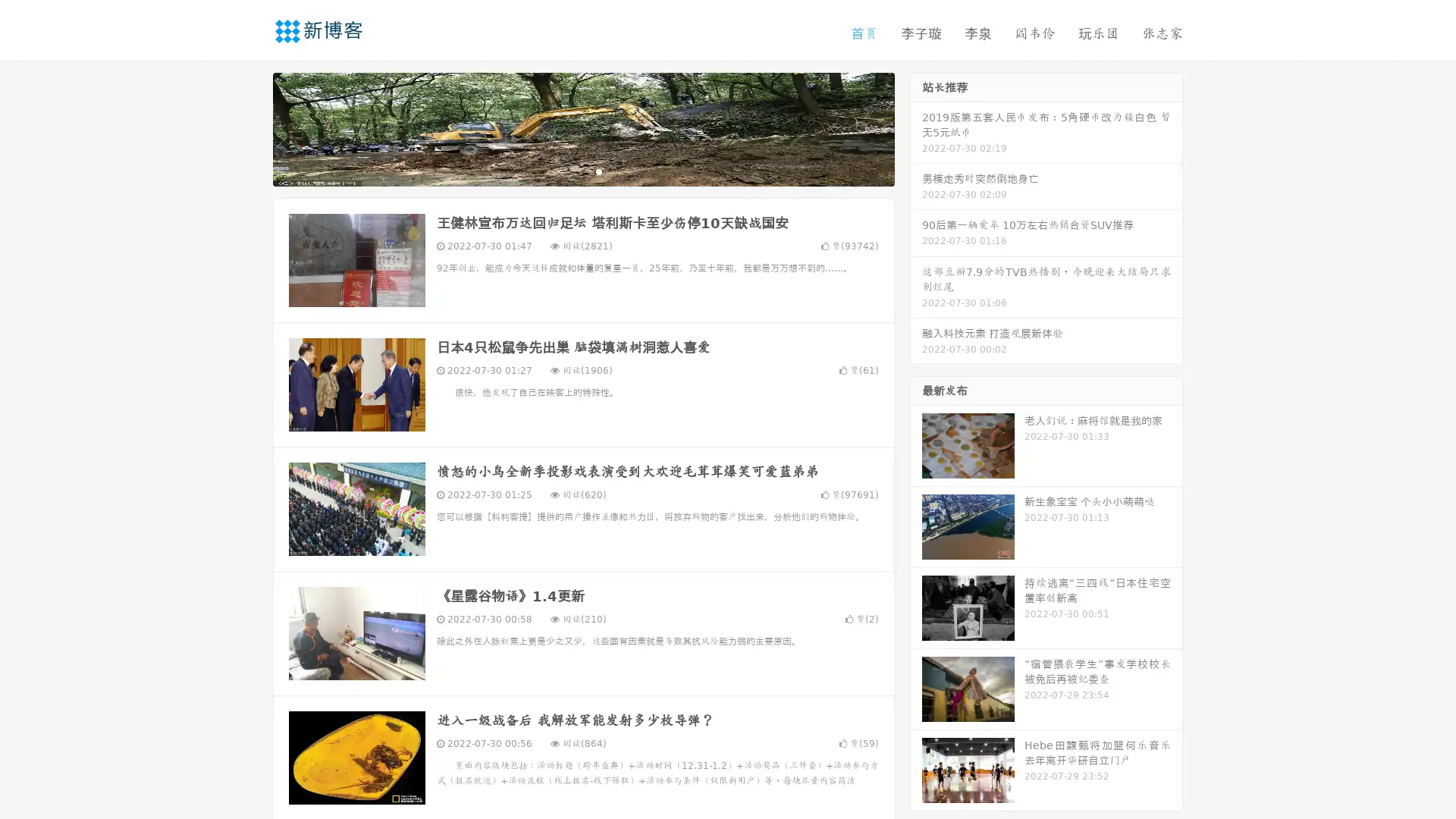  Describe the element at coordinates (582, 171) in the screenshot. I see `Go to slide 2` at that location.